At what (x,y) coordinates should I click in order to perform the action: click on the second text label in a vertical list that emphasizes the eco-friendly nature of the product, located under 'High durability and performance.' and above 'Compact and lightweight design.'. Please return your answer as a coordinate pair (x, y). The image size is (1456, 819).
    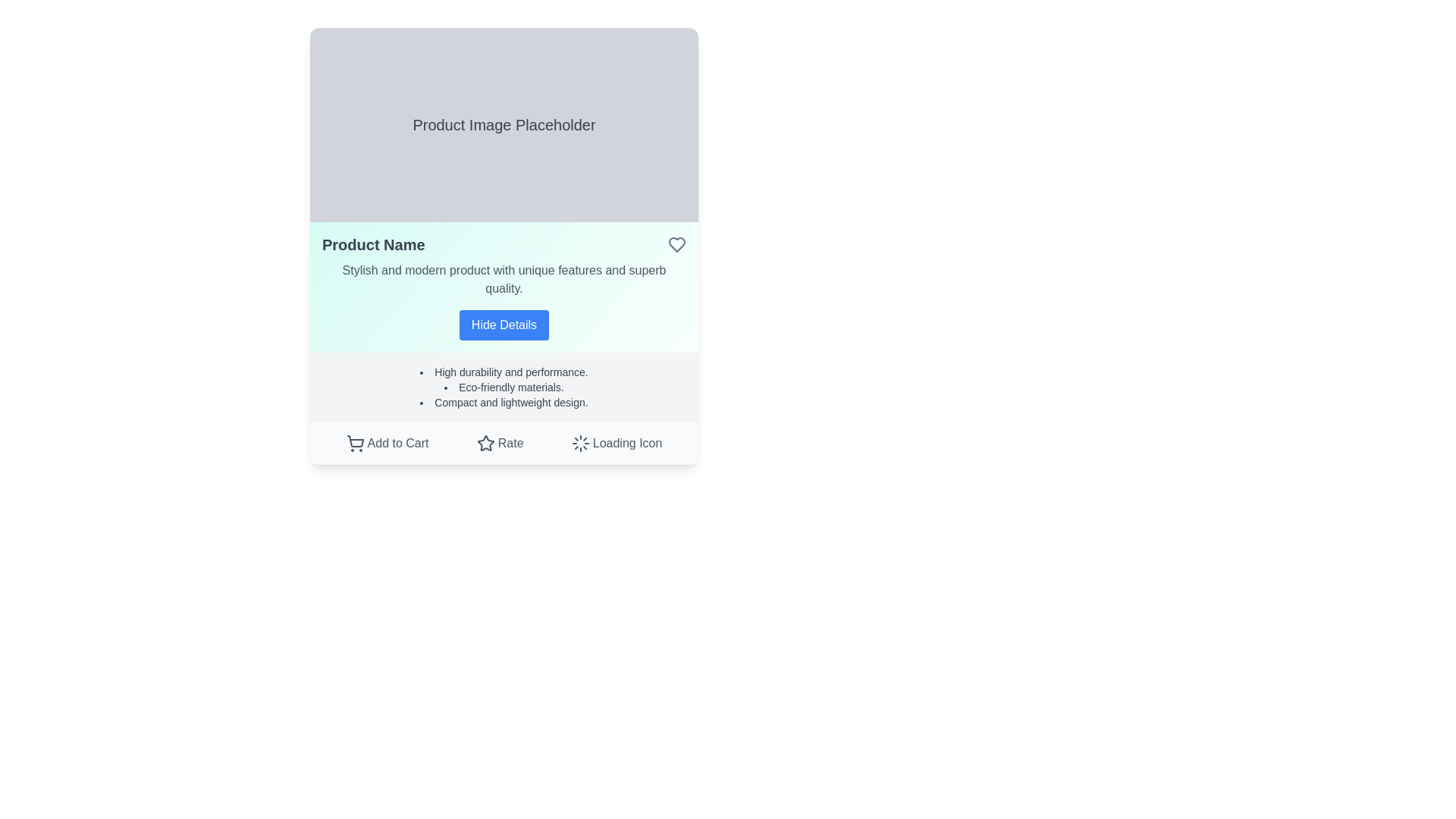
    Looking at the image, I should click on (504, 386).